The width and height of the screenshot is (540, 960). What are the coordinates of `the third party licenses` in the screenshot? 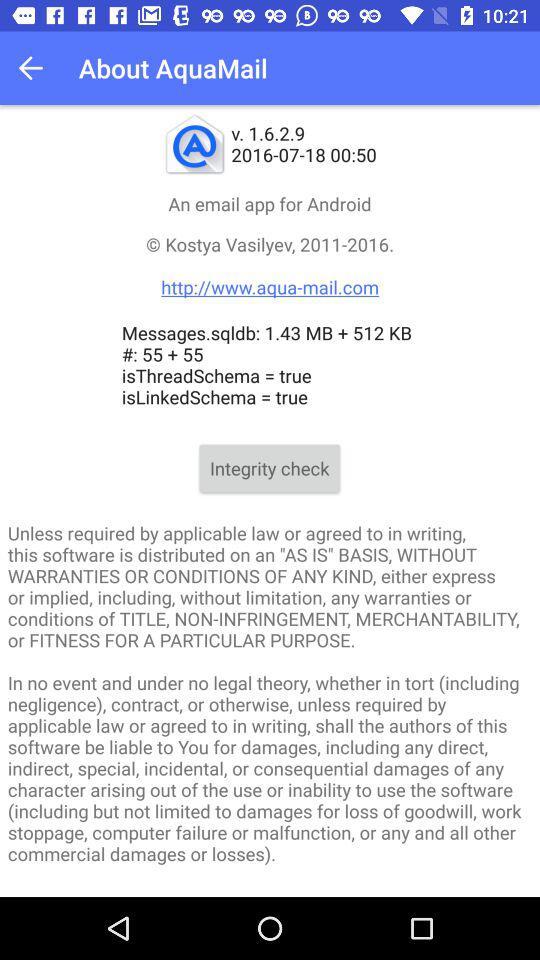 It's located at (269, 891).